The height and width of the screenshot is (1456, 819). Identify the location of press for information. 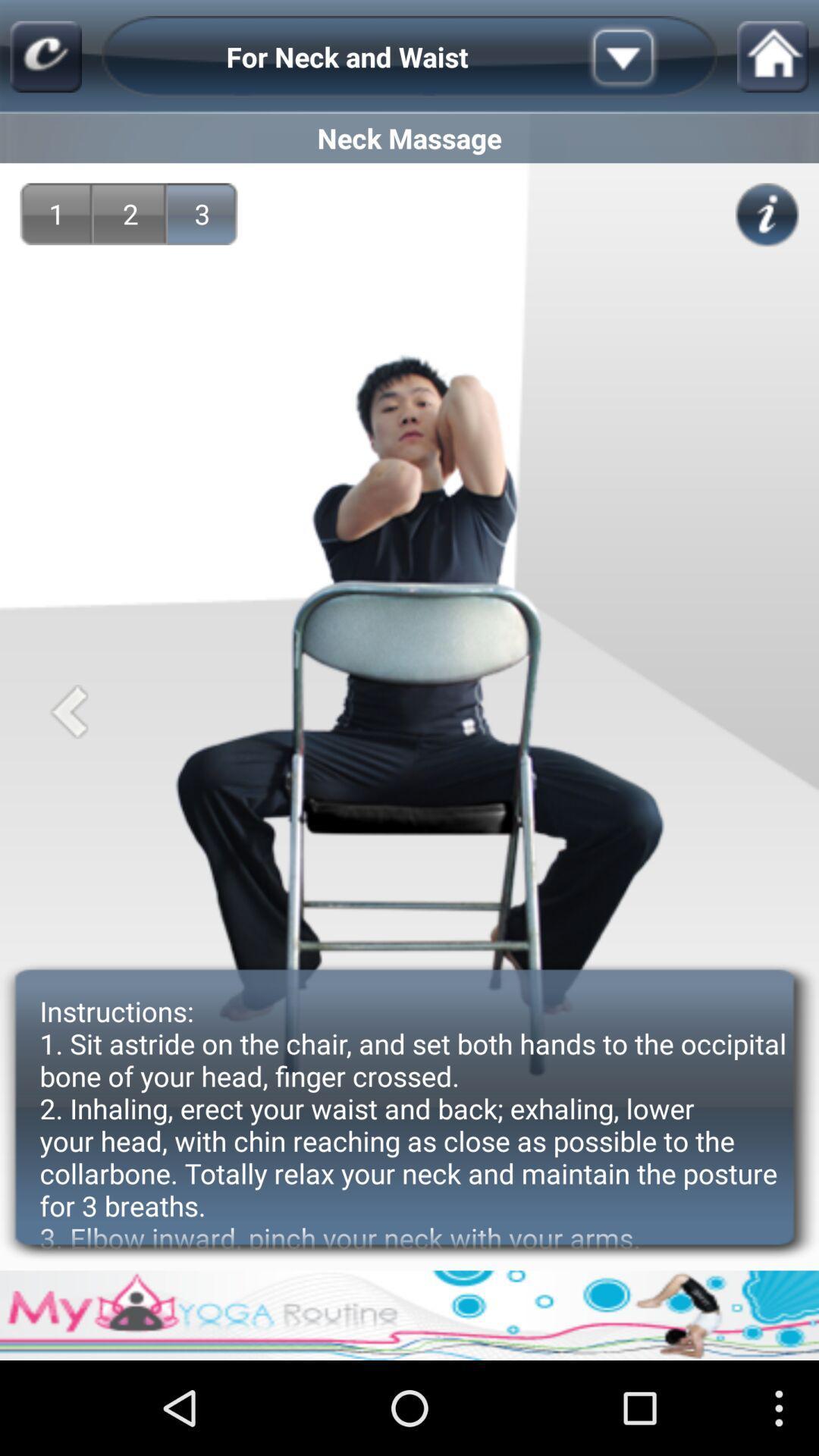
(767, 214).